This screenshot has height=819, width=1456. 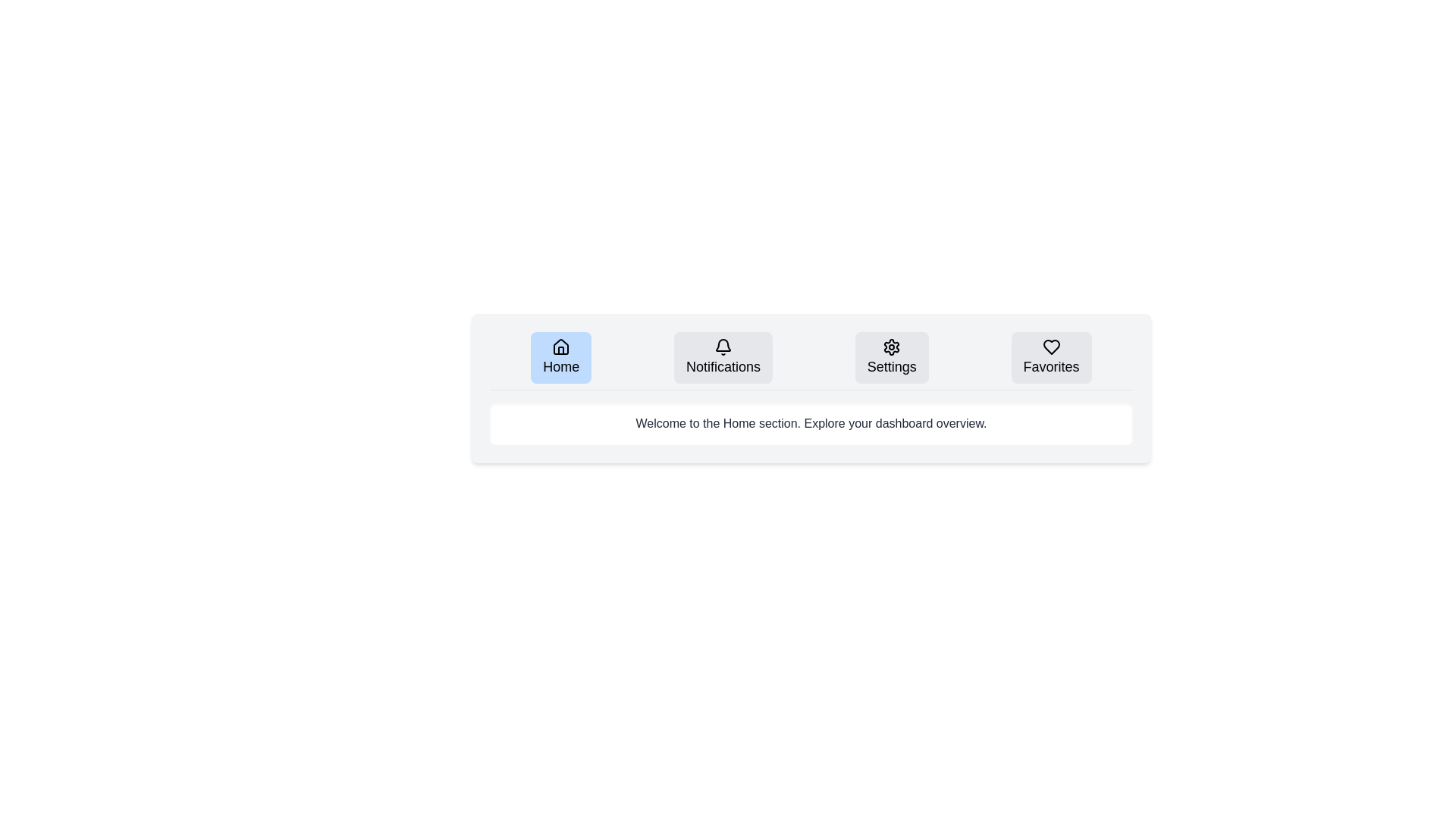 What do you see at coordinates (723, 357) in the screenshot?
I see `the Notifications section by clicking on the respective tab button` at bounding box center [723, 357].